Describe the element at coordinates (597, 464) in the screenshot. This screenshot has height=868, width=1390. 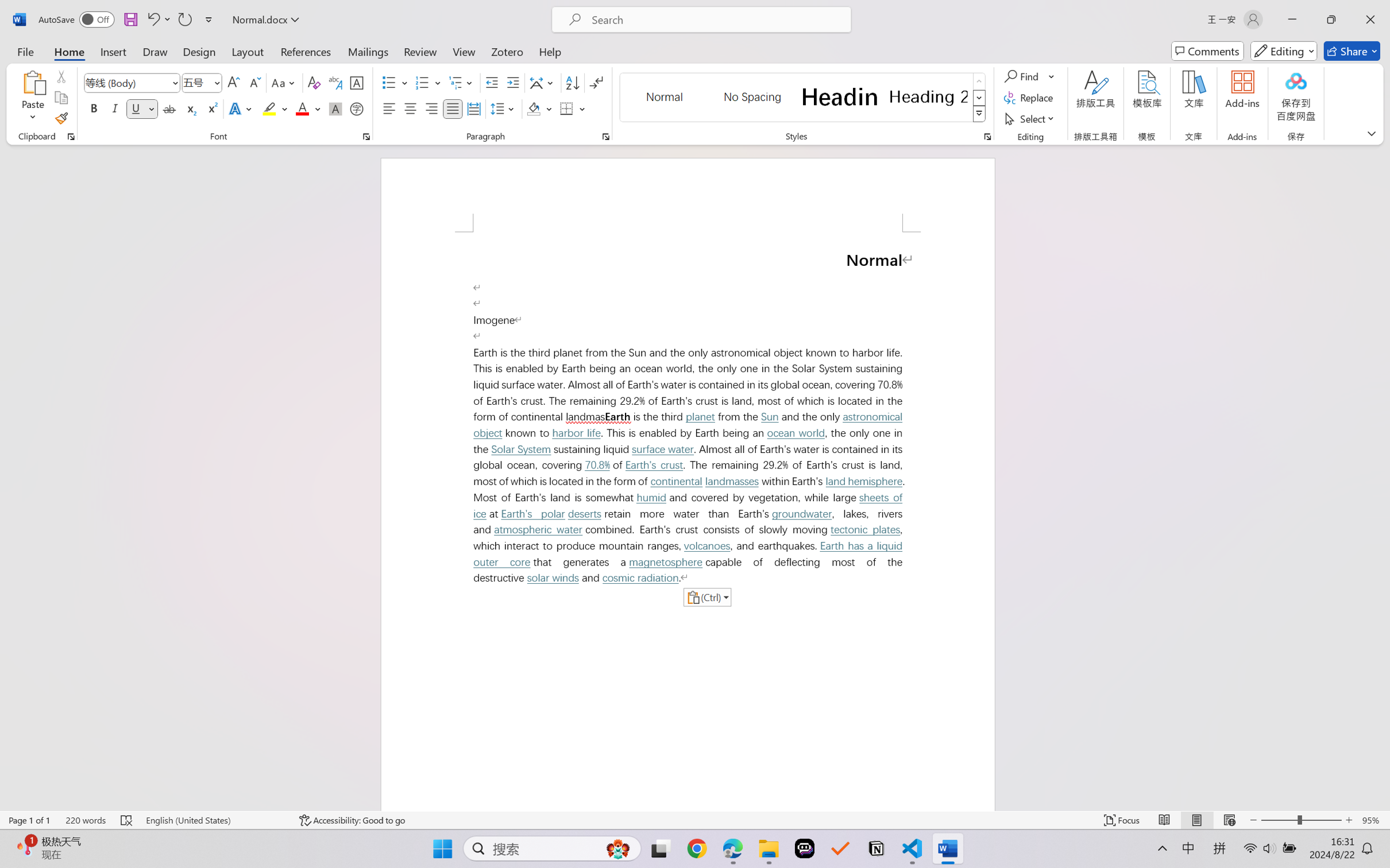
I see `'70.8%'` at that location.